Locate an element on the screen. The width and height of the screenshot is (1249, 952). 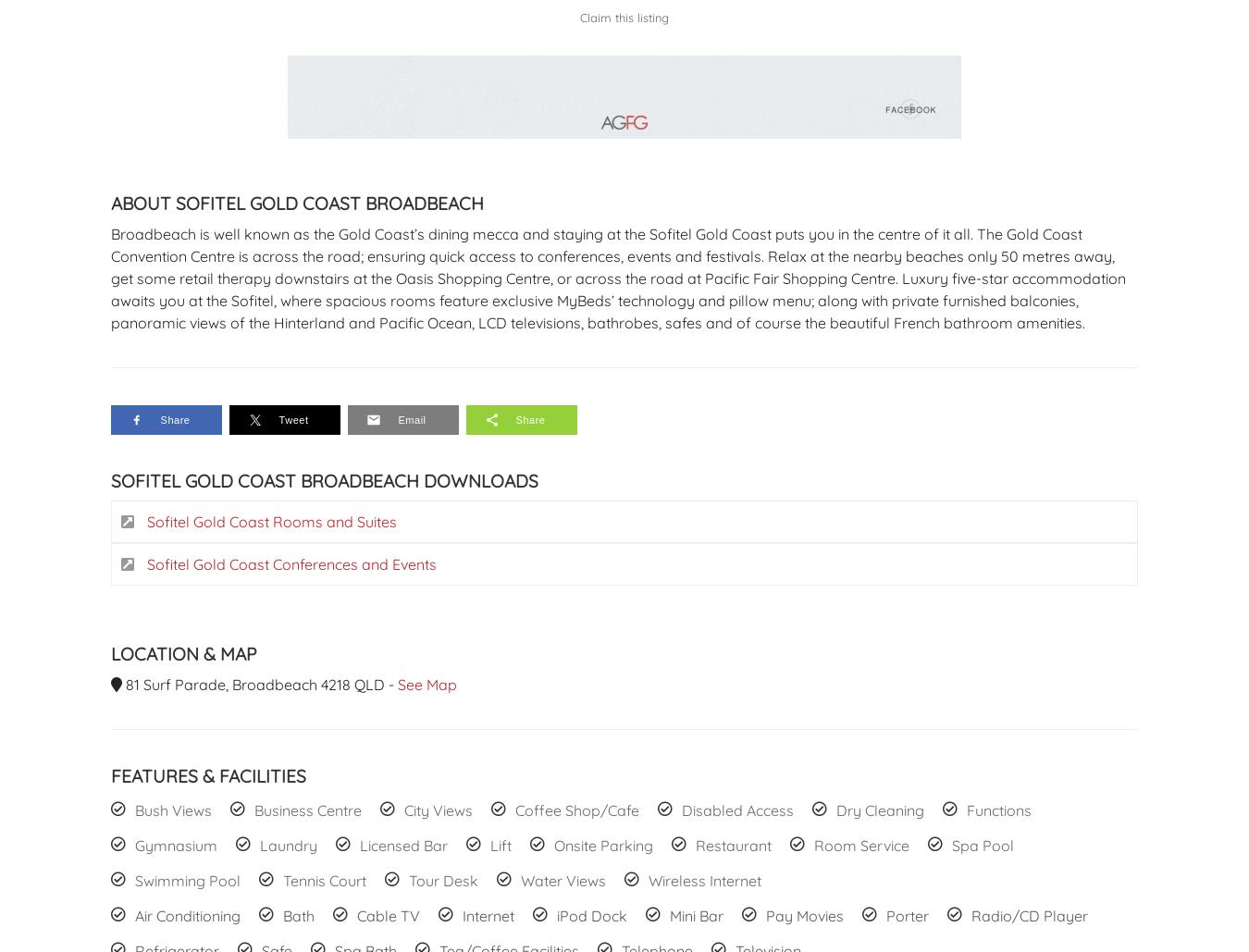
'Restaurant' is located at coordinates (733, 845).